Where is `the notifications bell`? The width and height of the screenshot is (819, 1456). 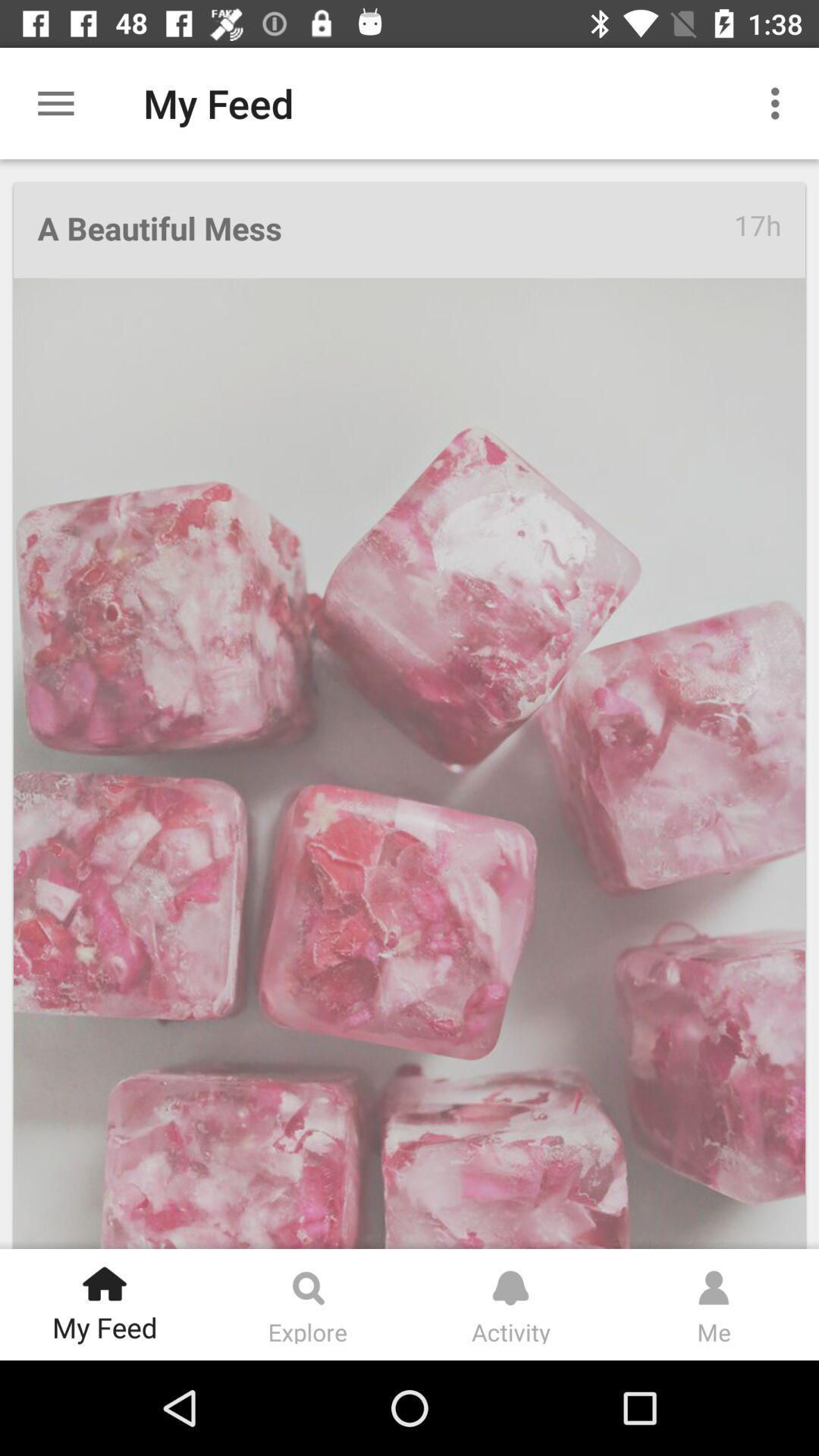 the notifications bell is located at coordinates (510, 1280).